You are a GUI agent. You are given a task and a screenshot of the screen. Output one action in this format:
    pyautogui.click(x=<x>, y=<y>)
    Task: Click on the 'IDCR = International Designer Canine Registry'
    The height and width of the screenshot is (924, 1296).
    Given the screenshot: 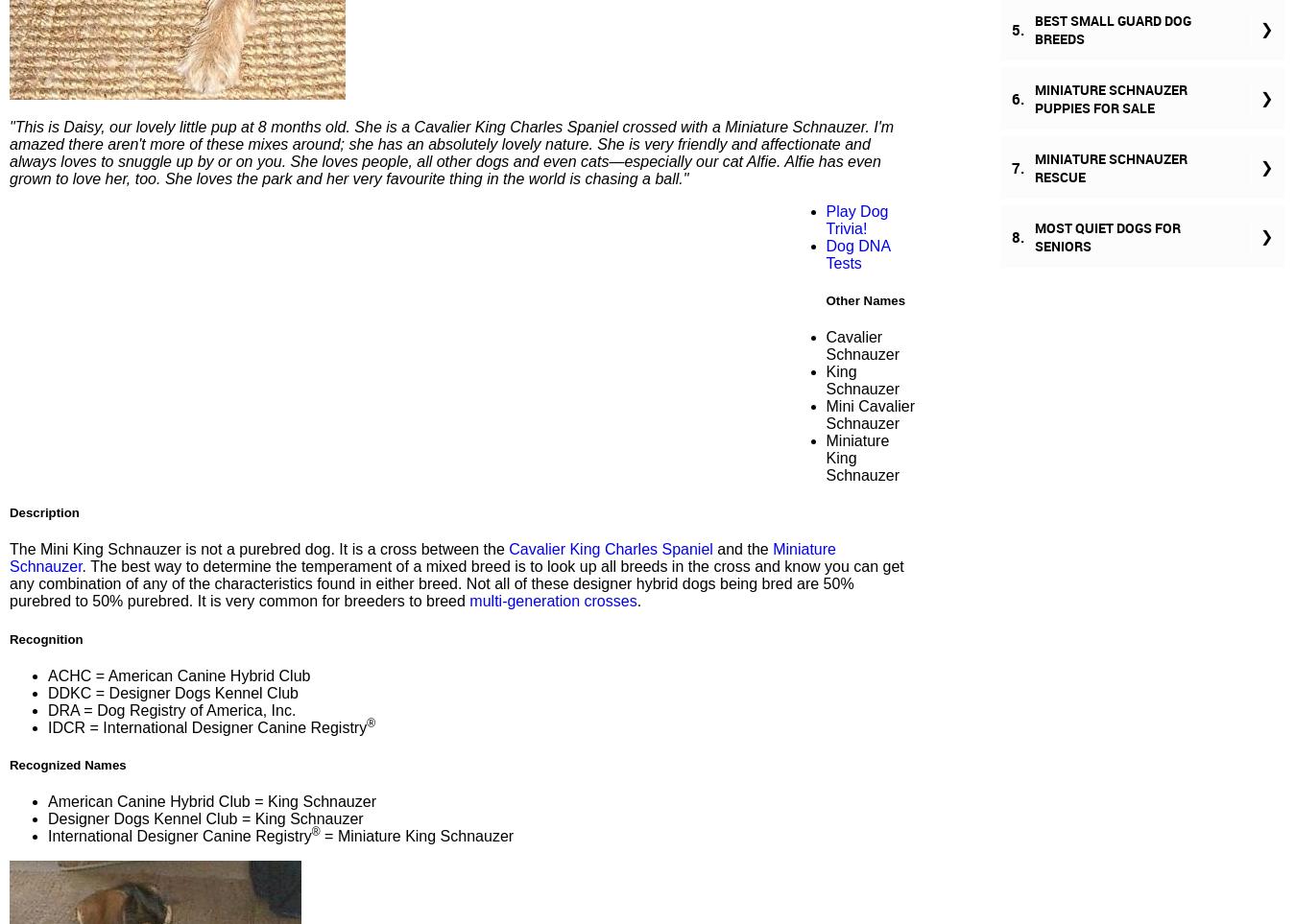 What is the action you would take?
    pyautogui.click(x=46, y=726)
    